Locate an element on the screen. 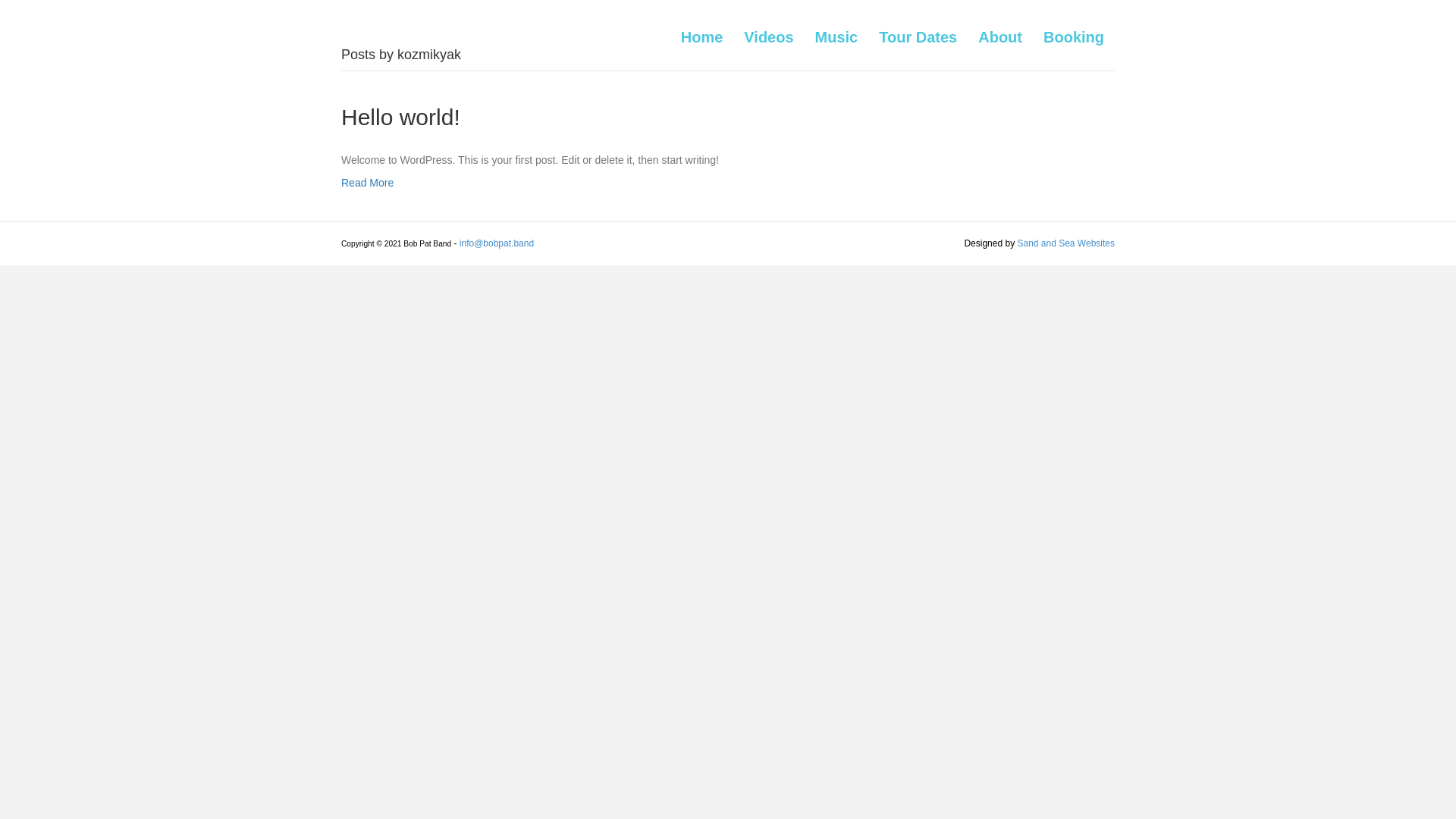  'About' is located at coordinates (1000, 36).